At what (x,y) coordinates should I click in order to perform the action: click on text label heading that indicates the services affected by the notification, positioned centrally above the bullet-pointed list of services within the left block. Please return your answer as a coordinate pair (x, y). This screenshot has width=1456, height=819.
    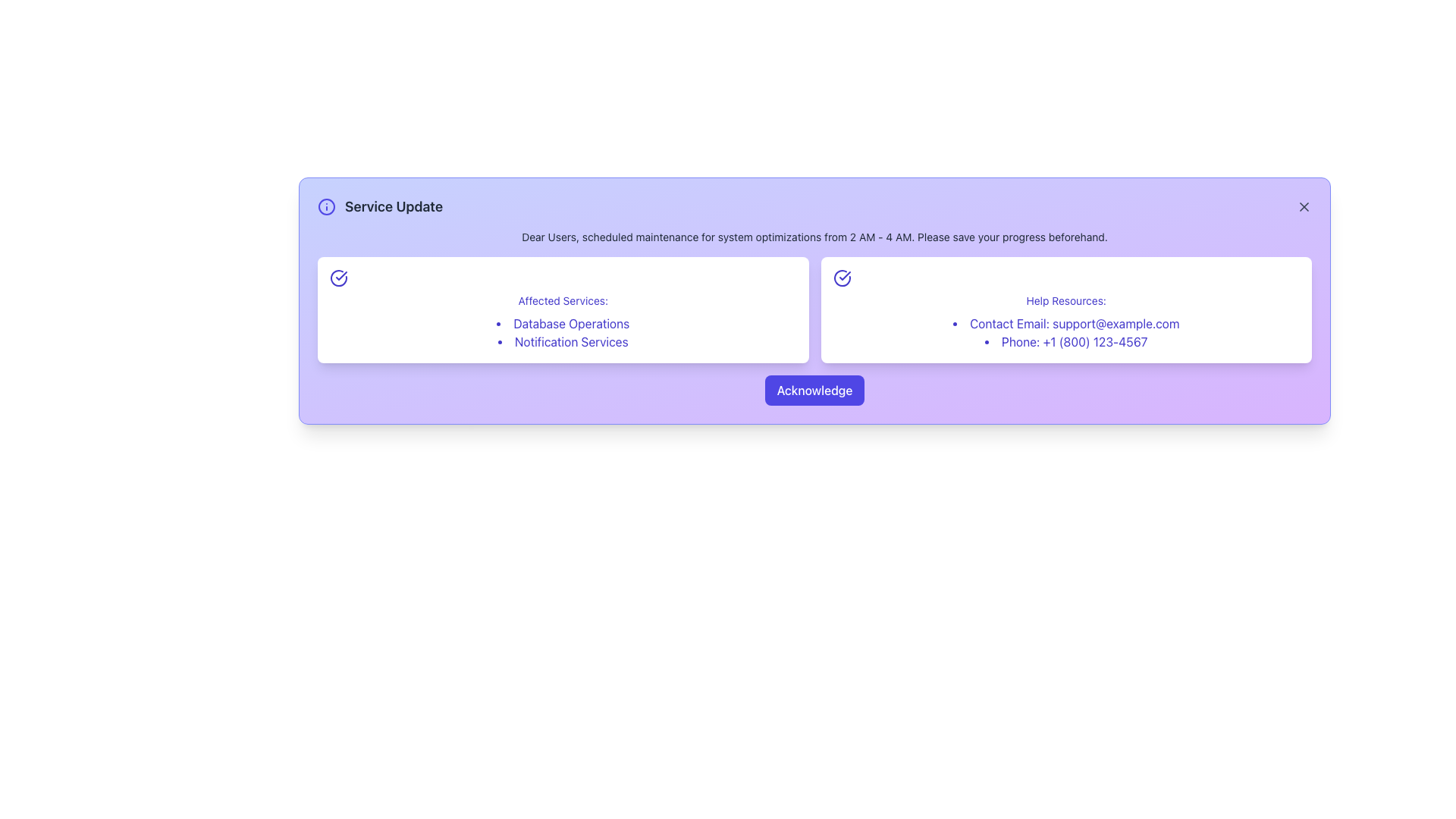
    Looking at the image, I should click on (562, 301).